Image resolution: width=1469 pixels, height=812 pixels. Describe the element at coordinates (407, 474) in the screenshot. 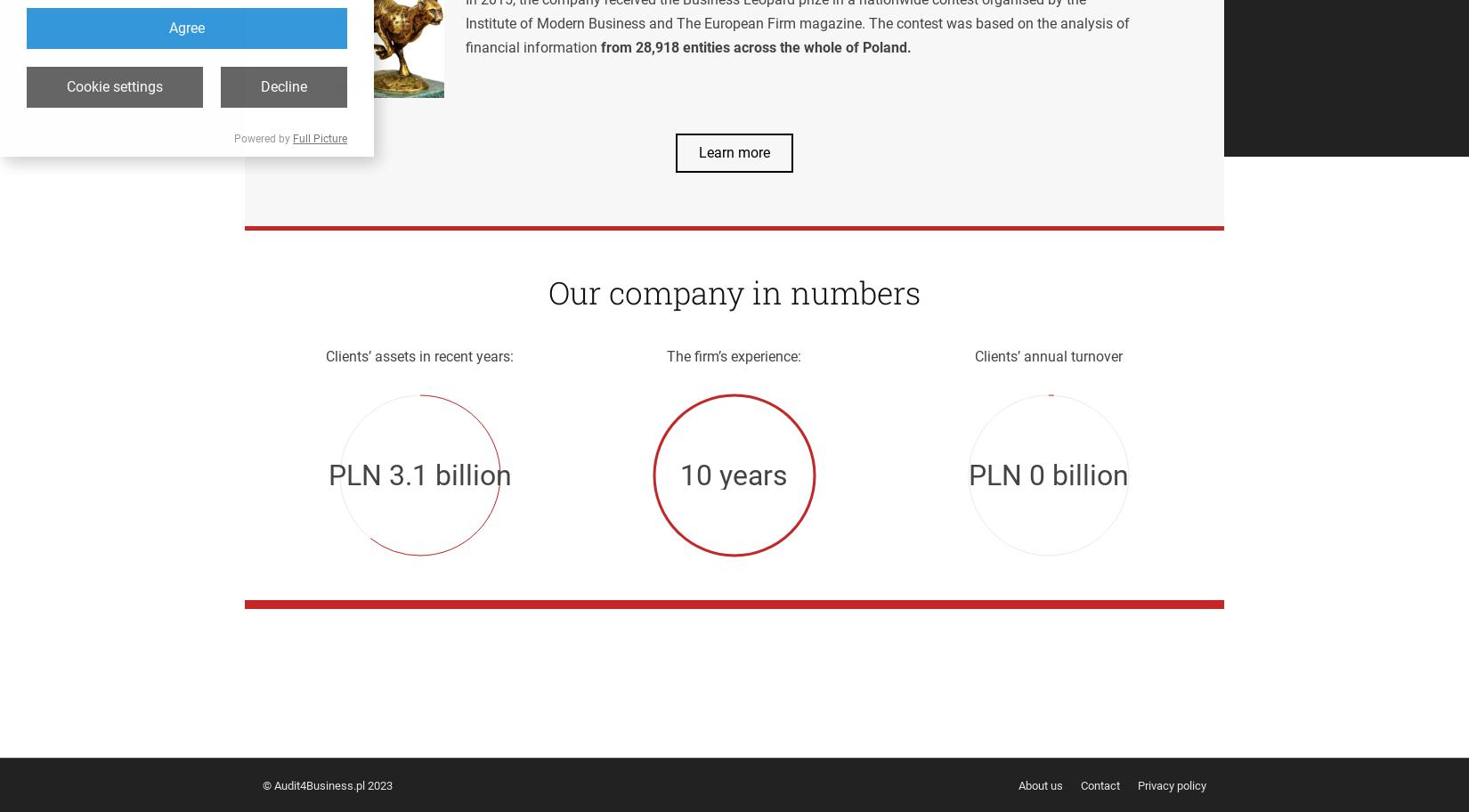

I see `'5.1'` at that location.